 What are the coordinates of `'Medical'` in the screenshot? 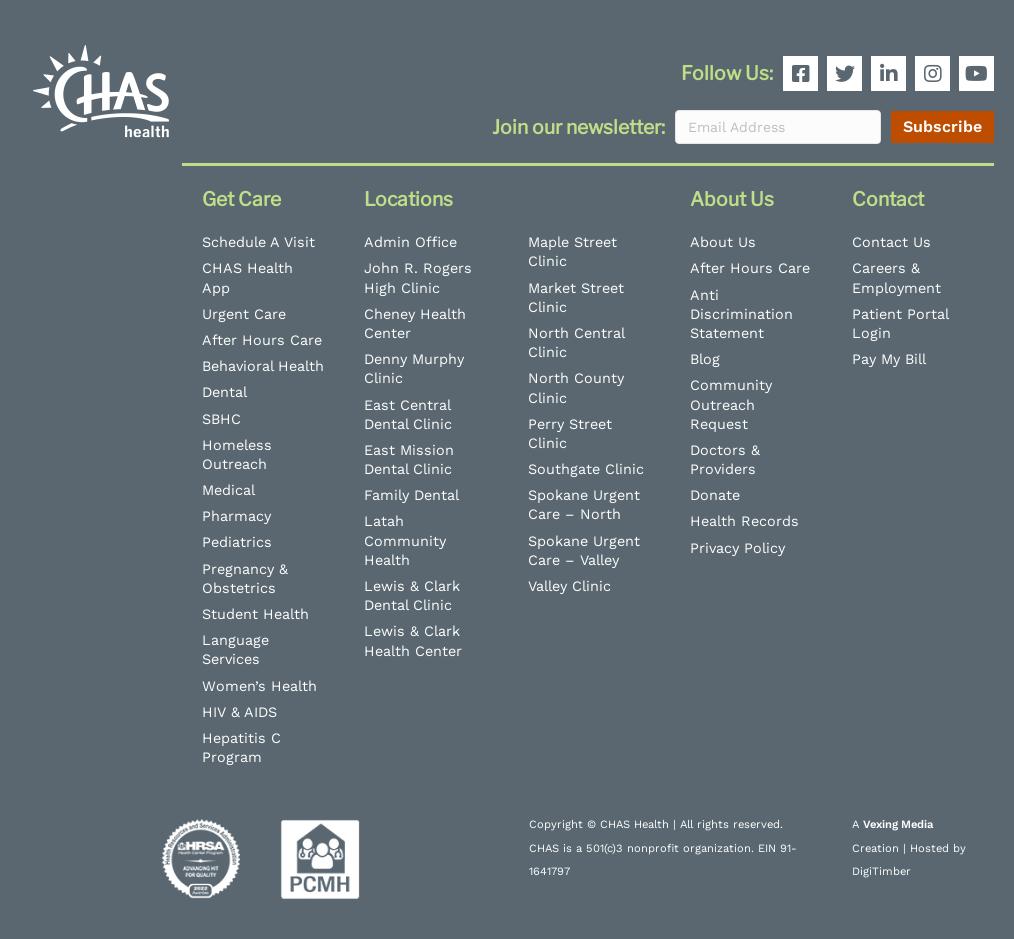 It's located at (200, 488).